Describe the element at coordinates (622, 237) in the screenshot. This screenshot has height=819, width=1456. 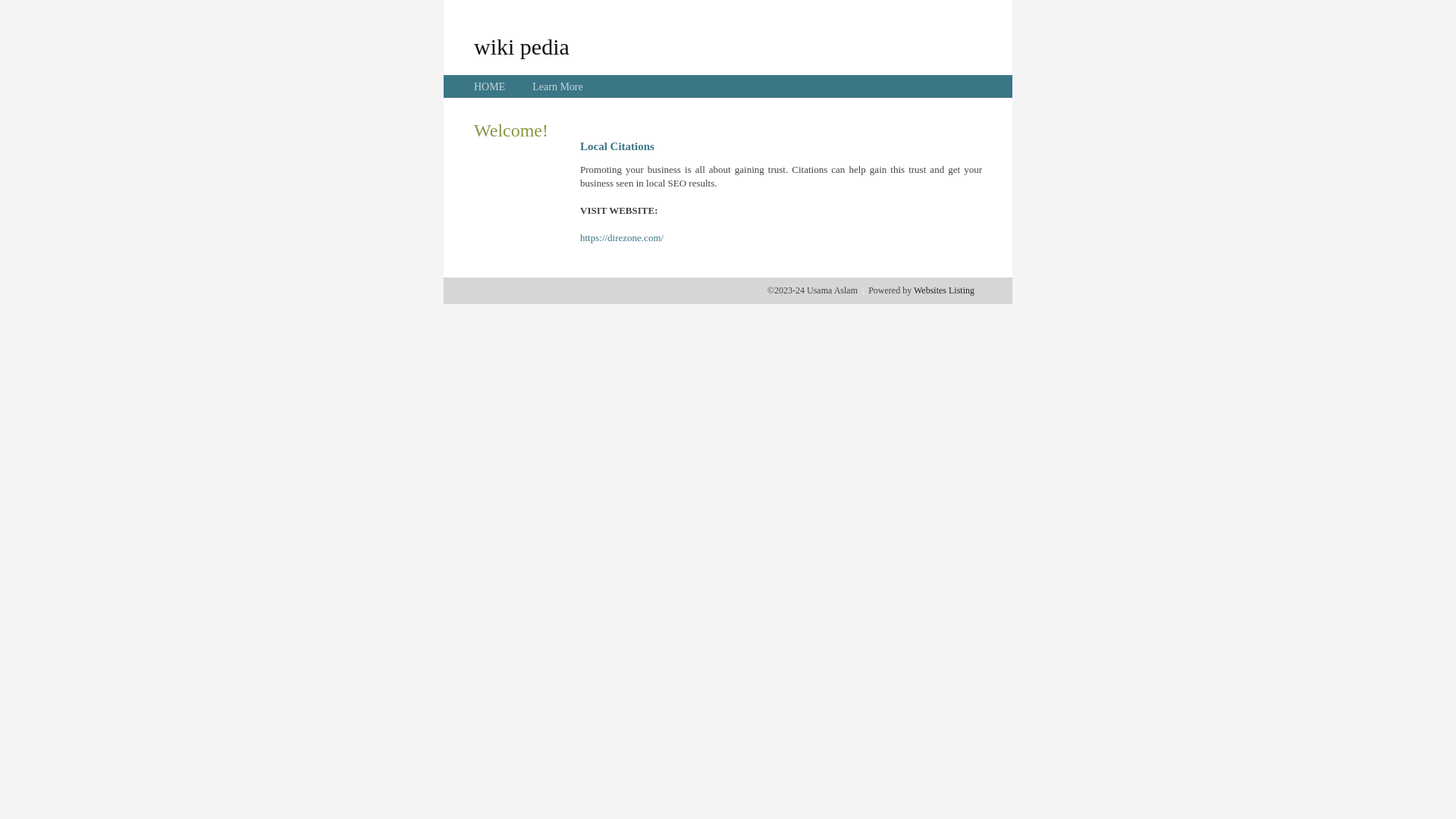
I see `'https://direzone.com/'` at that location.